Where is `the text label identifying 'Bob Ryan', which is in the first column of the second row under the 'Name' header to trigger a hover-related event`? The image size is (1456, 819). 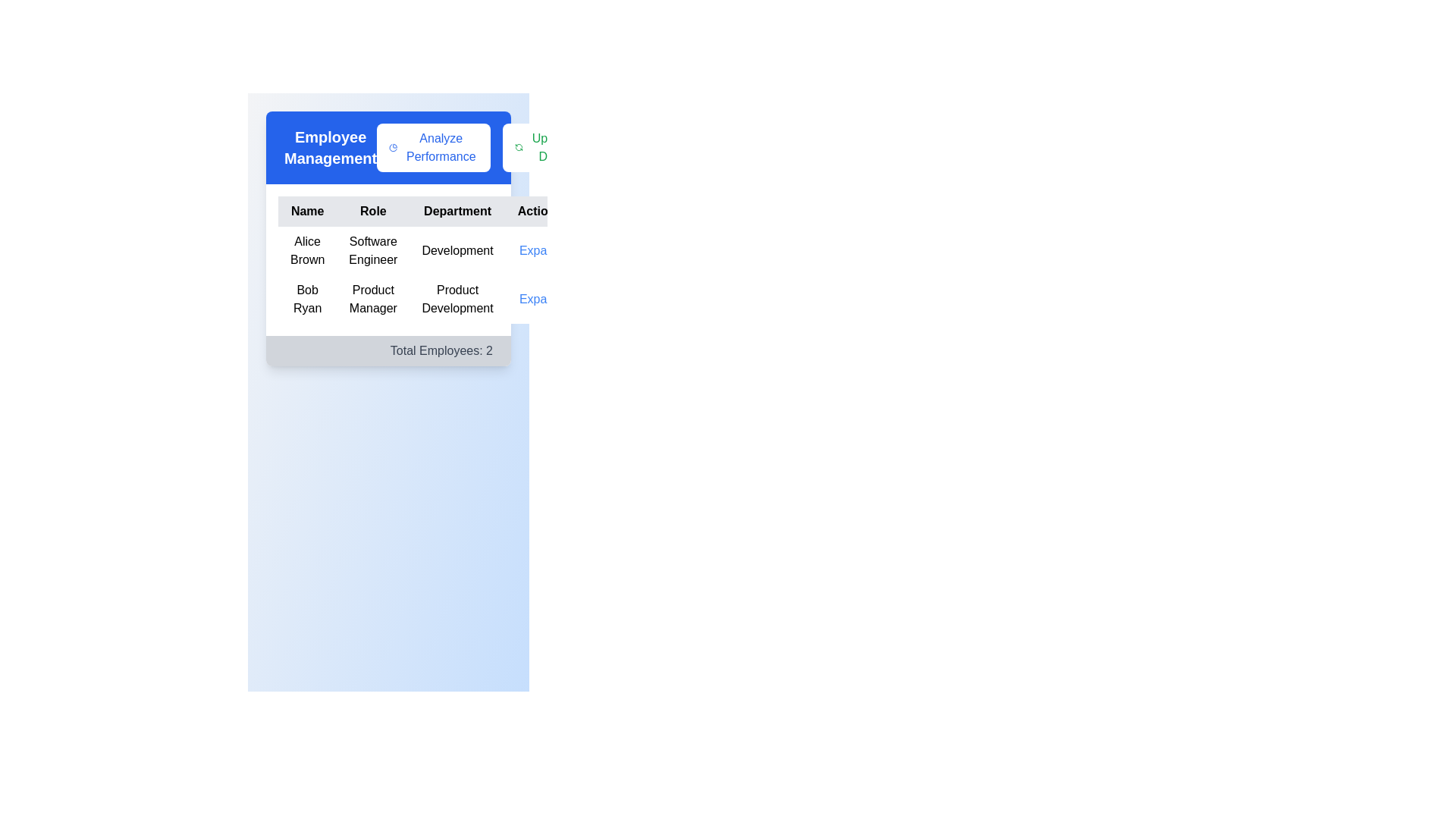
the text label identifying 'Bob Ryan', which is in the first column of the second row under the 'Name' header to trigger a hover-related event is located at coordinates (306, 299).